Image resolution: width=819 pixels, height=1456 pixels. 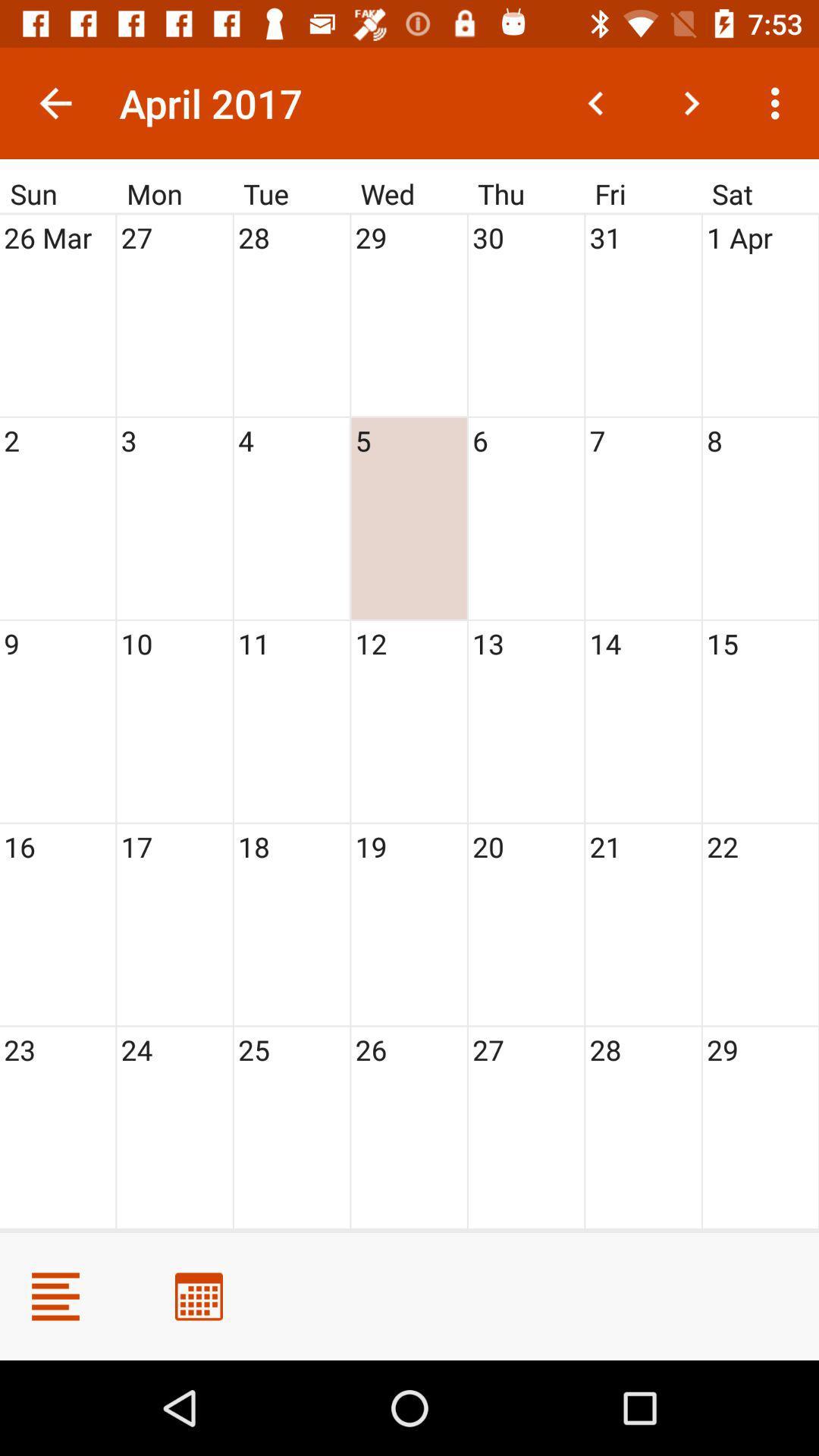 What do you see at coordinates (55, 102) in the screenshot?
I see `the item next to april 2017 icon` at bounding box center [55, 102].